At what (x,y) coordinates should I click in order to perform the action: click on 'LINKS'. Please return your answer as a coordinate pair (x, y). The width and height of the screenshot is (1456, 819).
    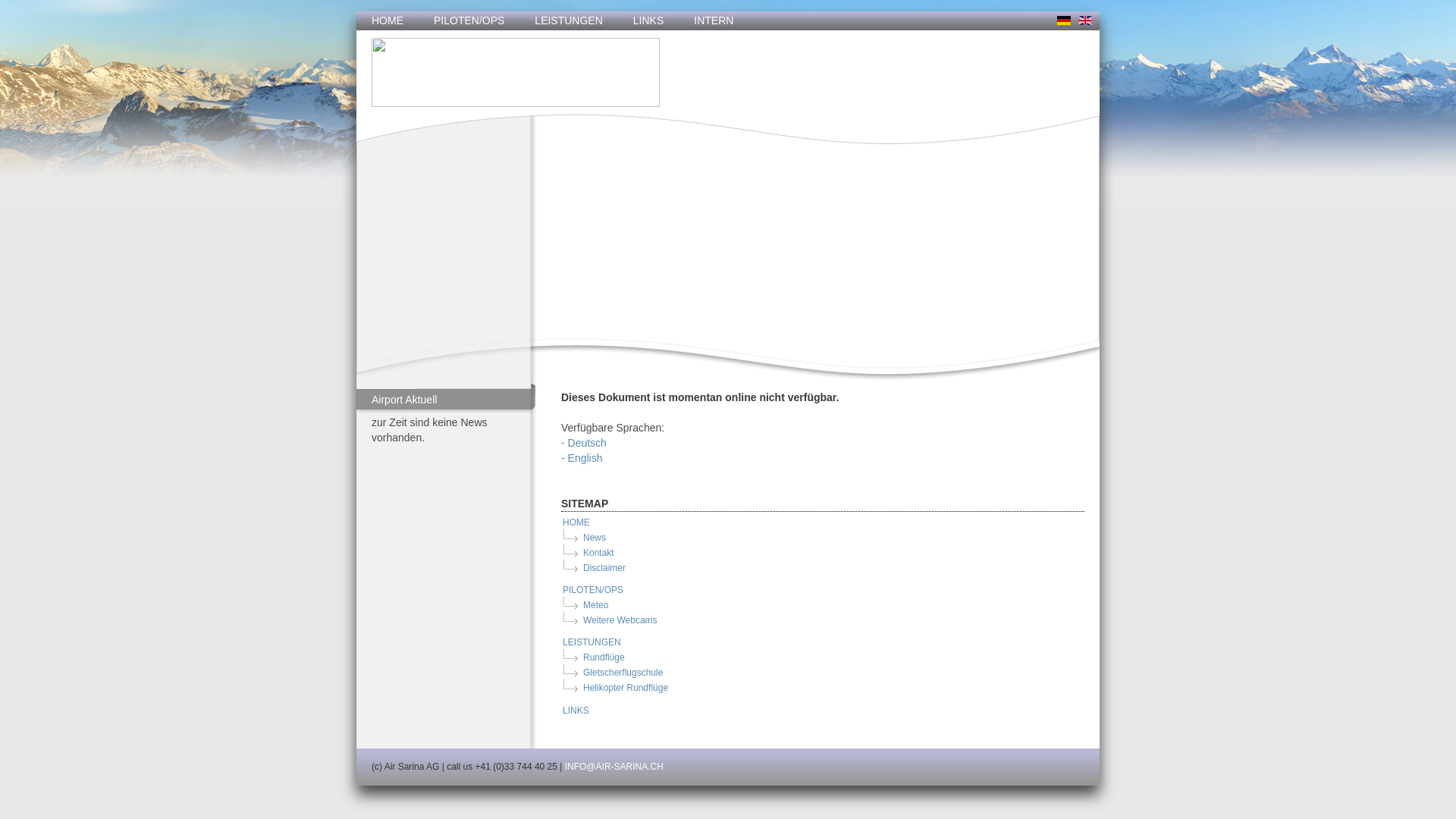
    Looking at the image, I should click on (648, 20).